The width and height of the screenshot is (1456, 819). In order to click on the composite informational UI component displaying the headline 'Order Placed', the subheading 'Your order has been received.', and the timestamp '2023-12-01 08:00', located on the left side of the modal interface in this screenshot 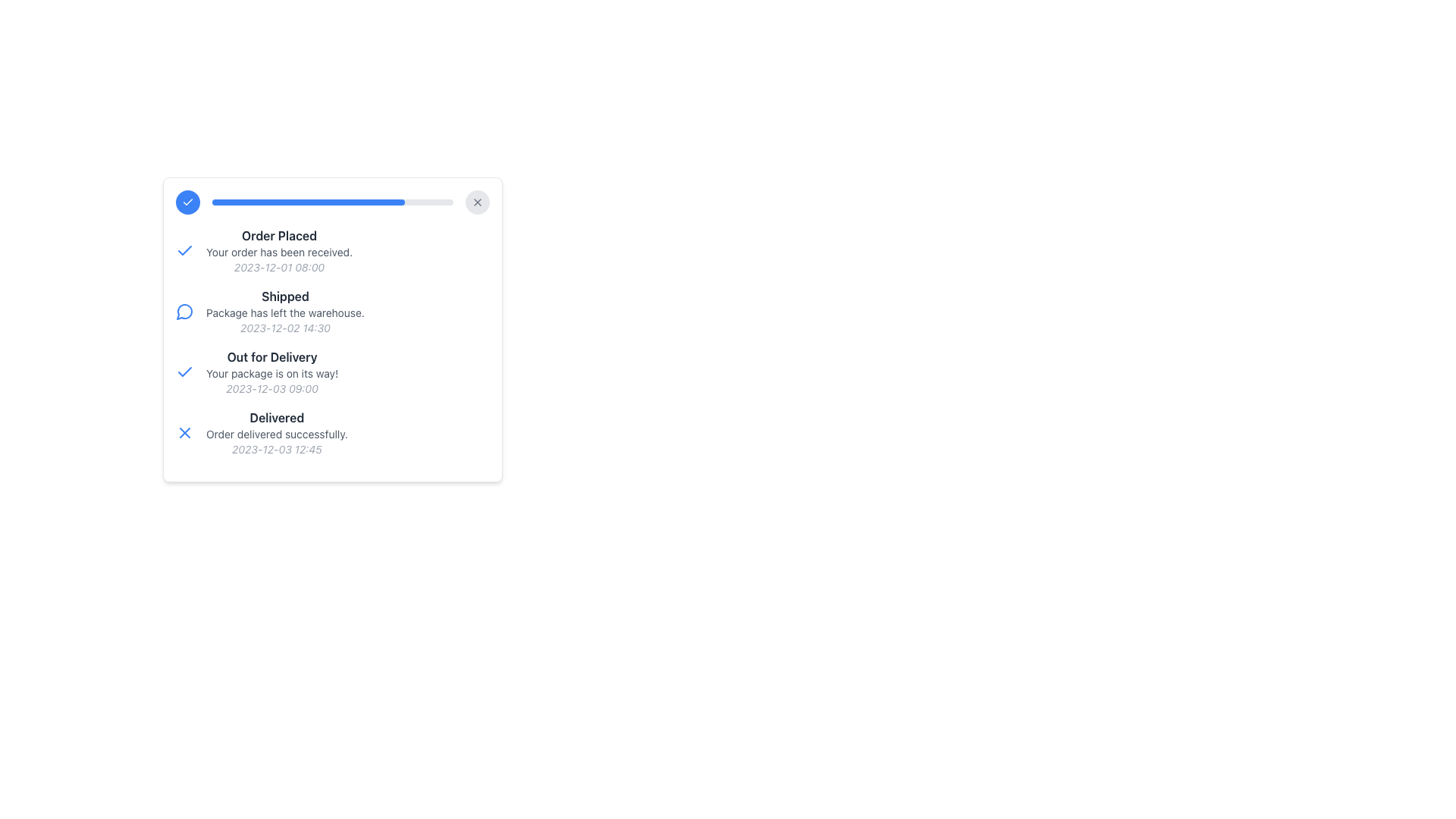, I will do `click(279, 250)`.